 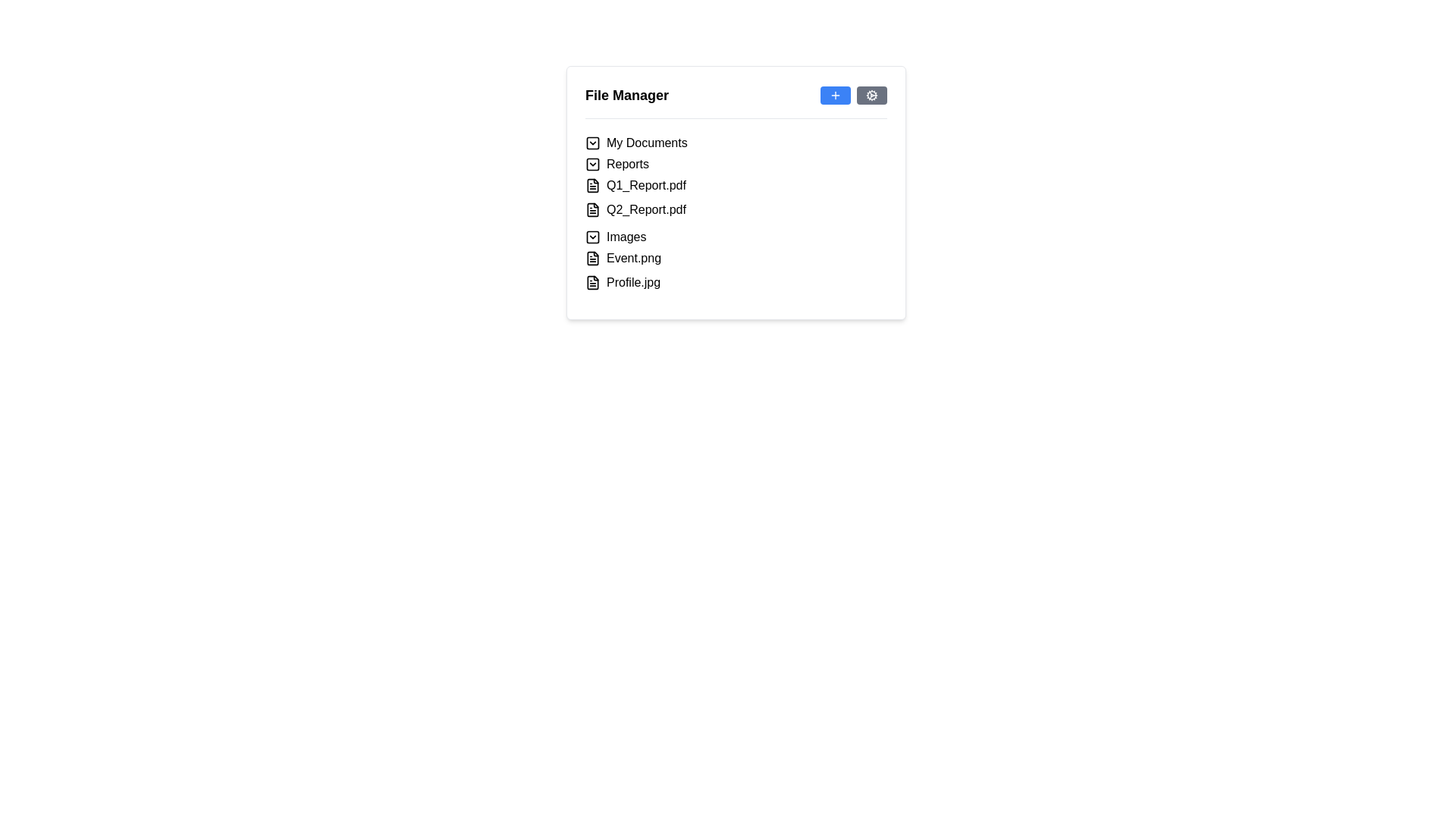 I want to click on the file entry 'Q1_Report.pdf', so click(x=736, y=185).